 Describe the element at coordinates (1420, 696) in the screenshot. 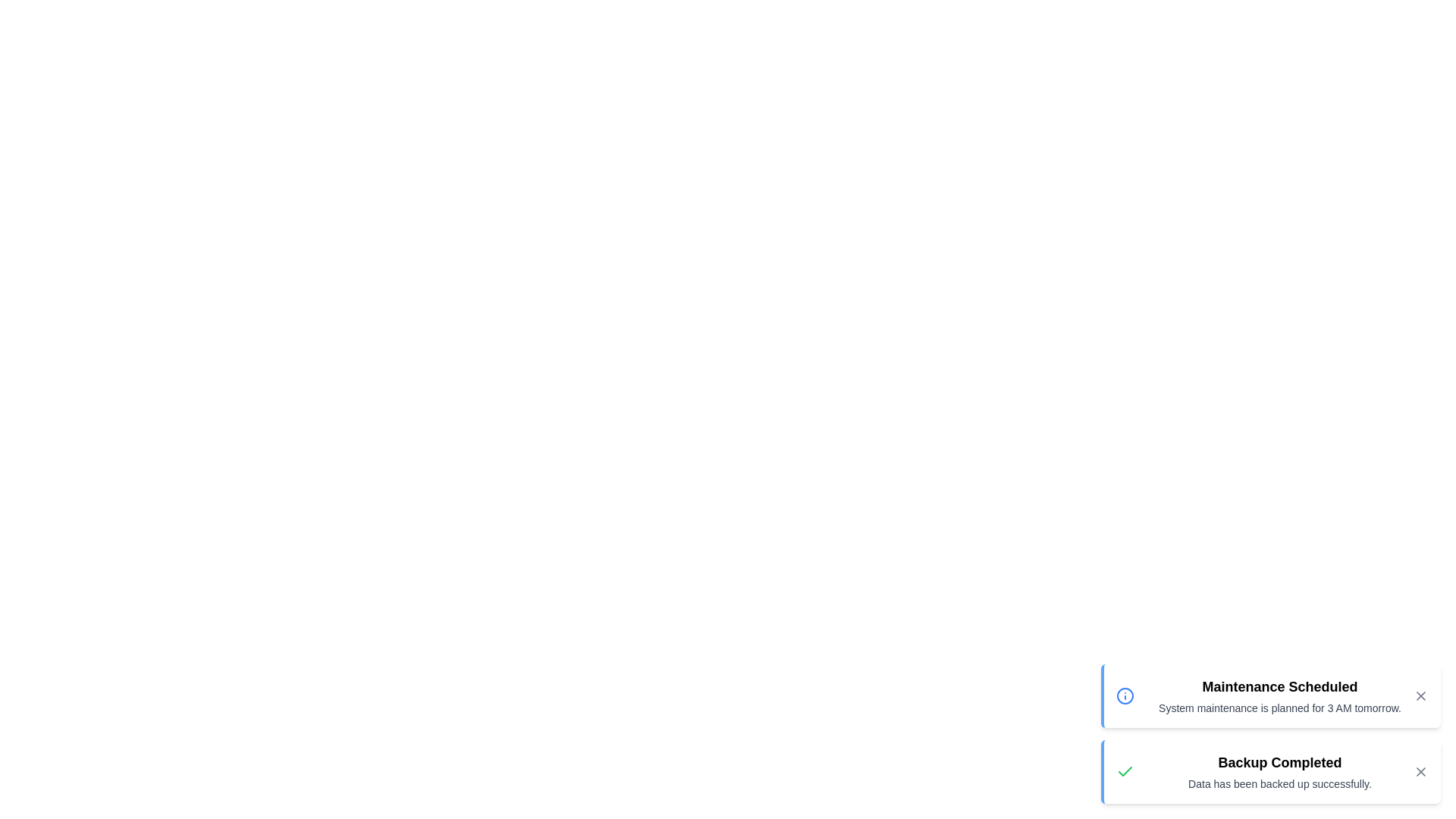

I see `the 'X' button of the notification with the title Maintenance Scheduled to close it` at that location.